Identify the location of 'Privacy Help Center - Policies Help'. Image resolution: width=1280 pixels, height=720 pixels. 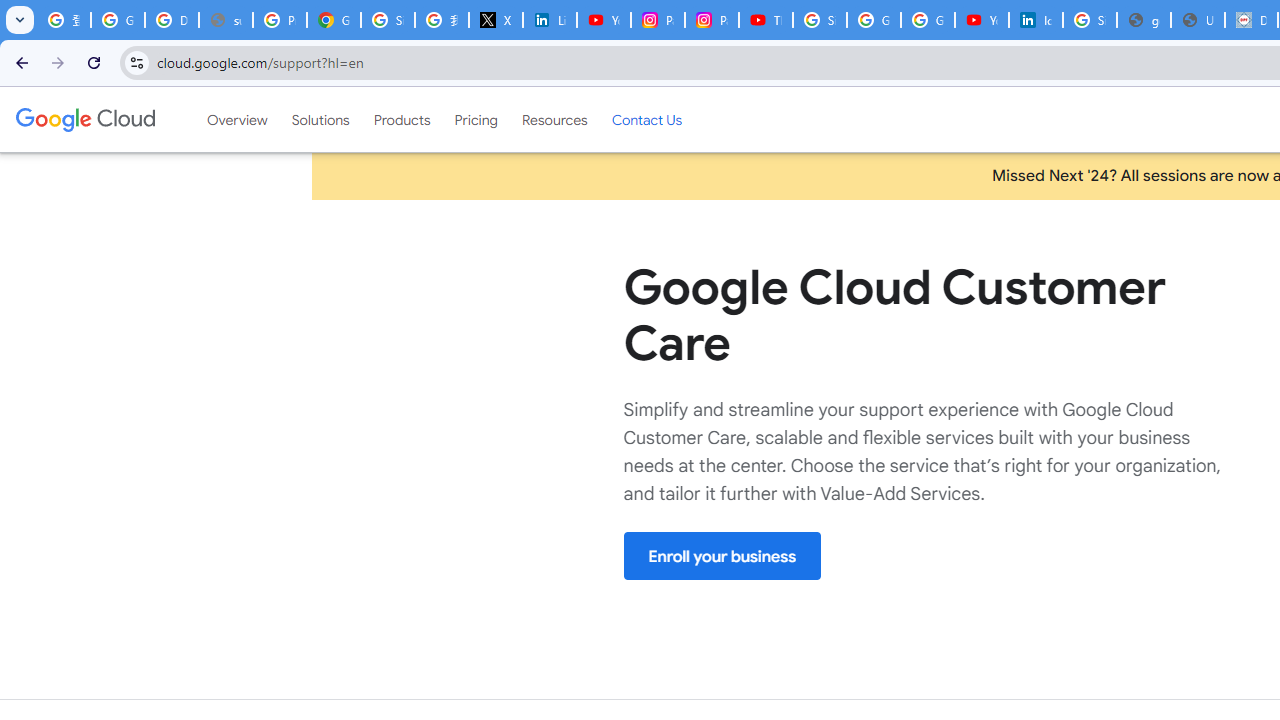
(279, 20).